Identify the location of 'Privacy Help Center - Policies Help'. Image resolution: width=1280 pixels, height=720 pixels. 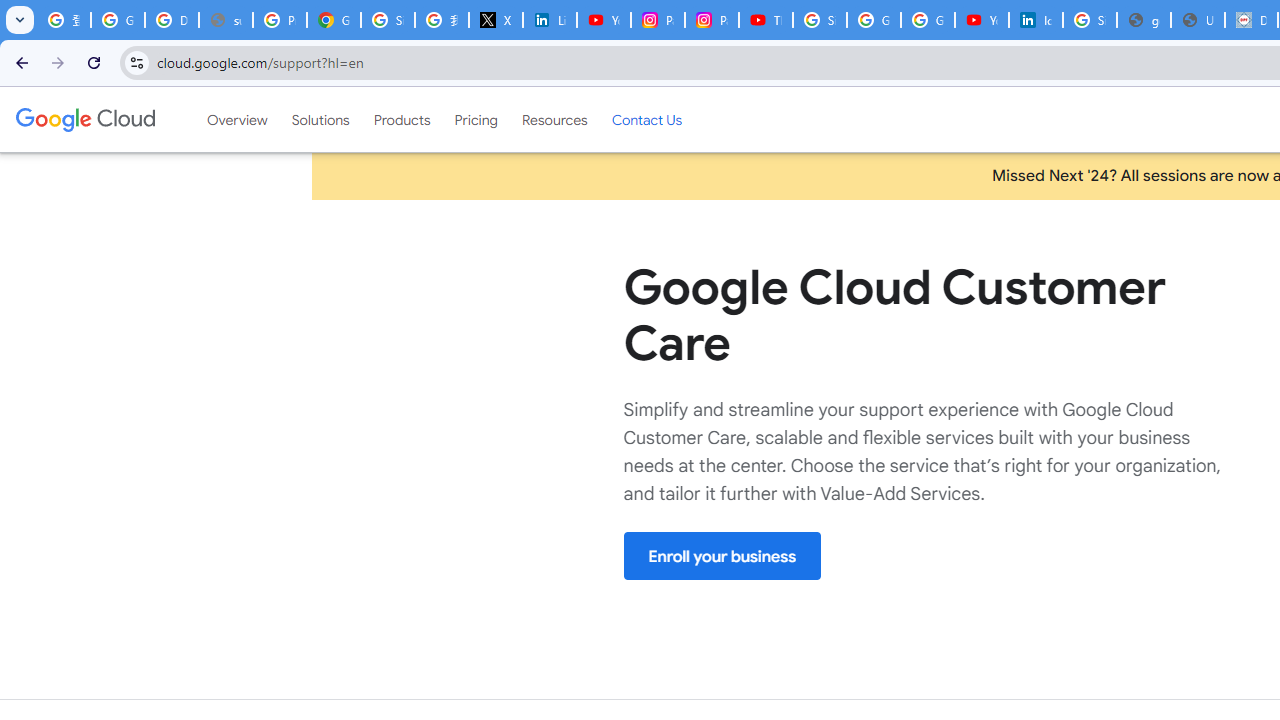
(279, 20).